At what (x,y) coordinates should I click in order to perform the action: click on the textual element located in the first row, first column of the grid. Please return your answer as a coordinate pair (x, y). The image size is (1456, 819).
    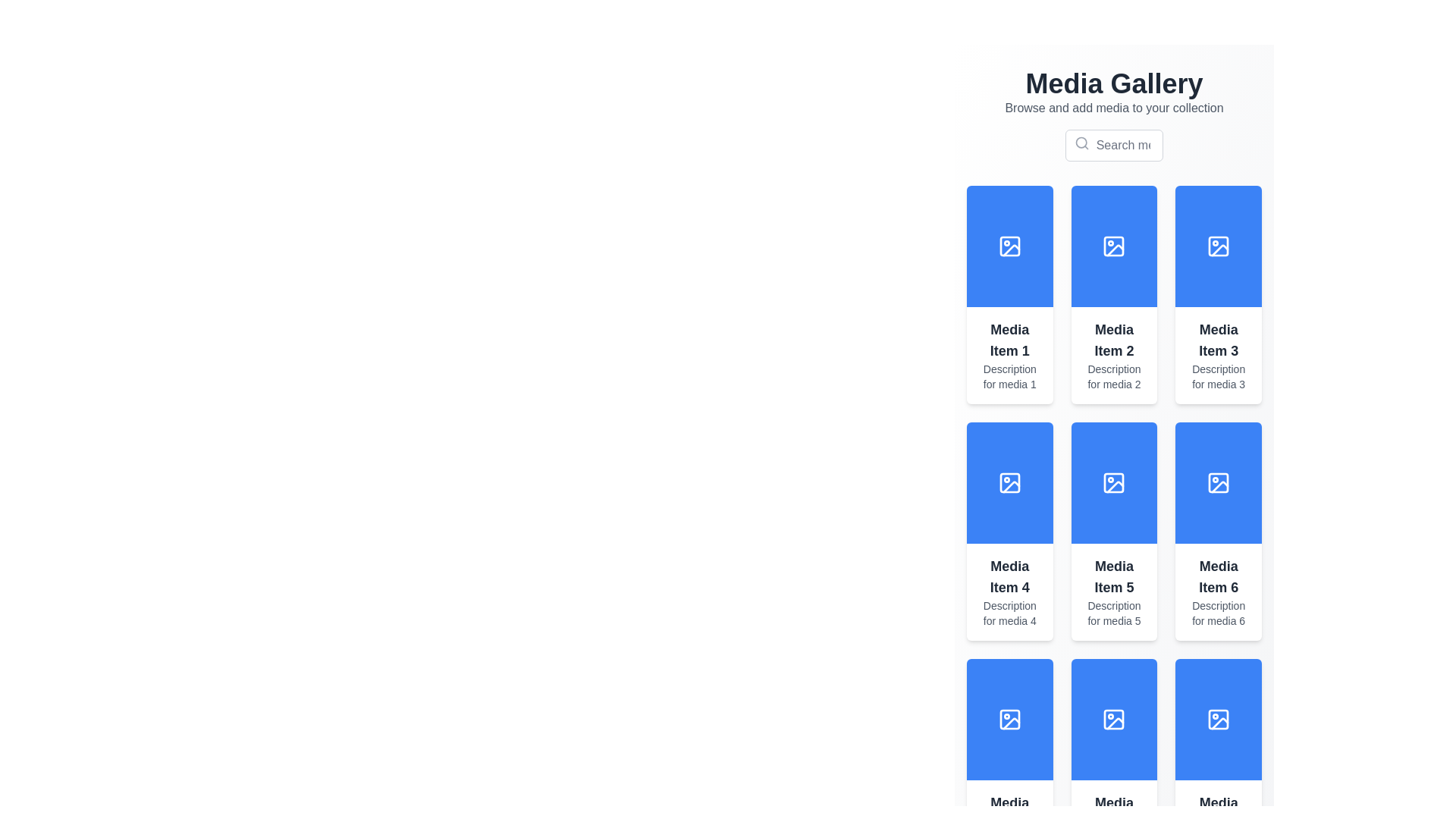
    Looking at the image, I should click on (1009, 356).